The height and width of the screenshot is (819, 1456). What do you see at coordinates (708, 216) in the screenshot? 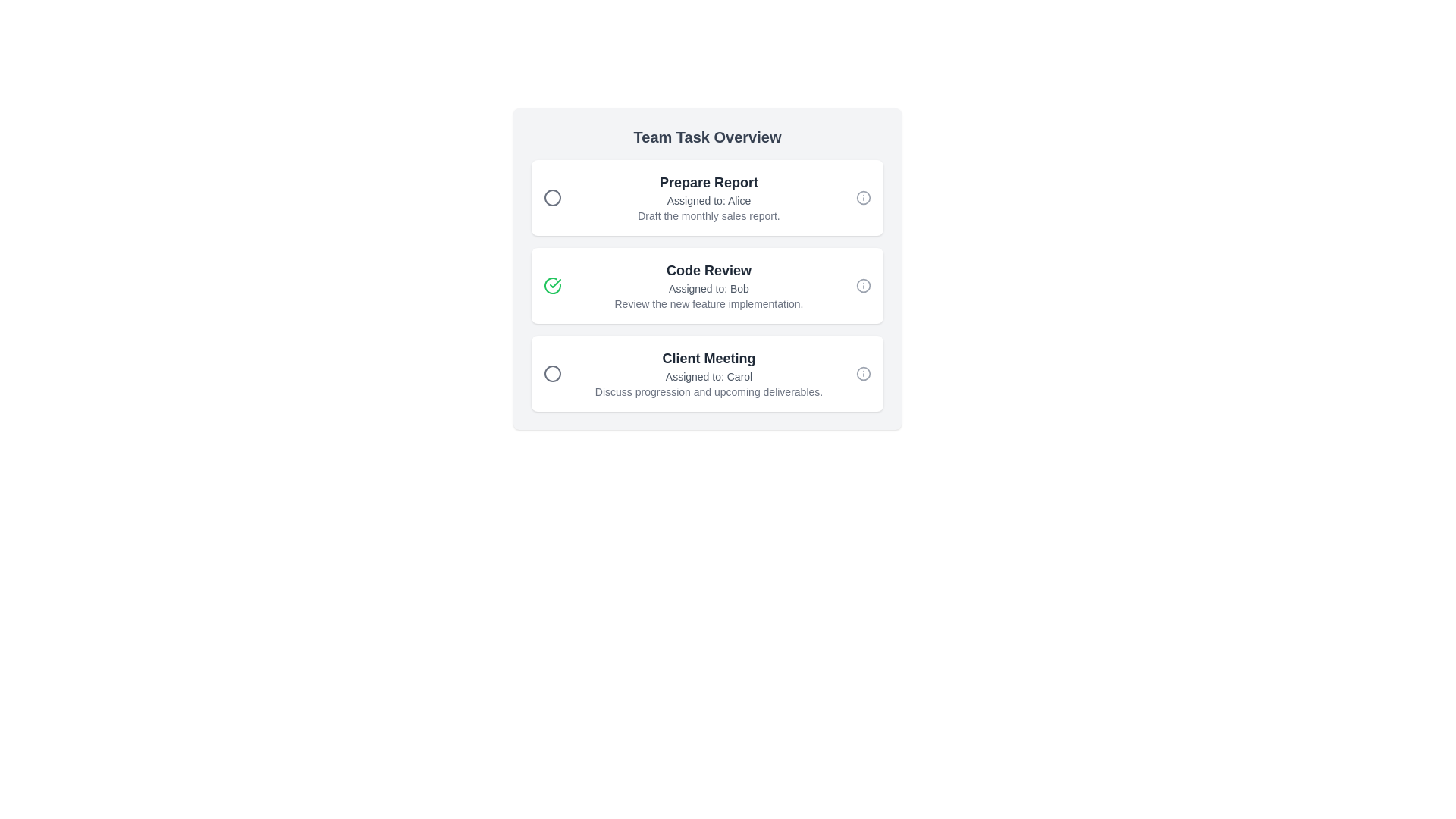
I see `the static text that provides instructions related to the task 'Prepare Report', located under 'Assigned to: Alice' as the third line in the section` at bounding box center [708, 216].